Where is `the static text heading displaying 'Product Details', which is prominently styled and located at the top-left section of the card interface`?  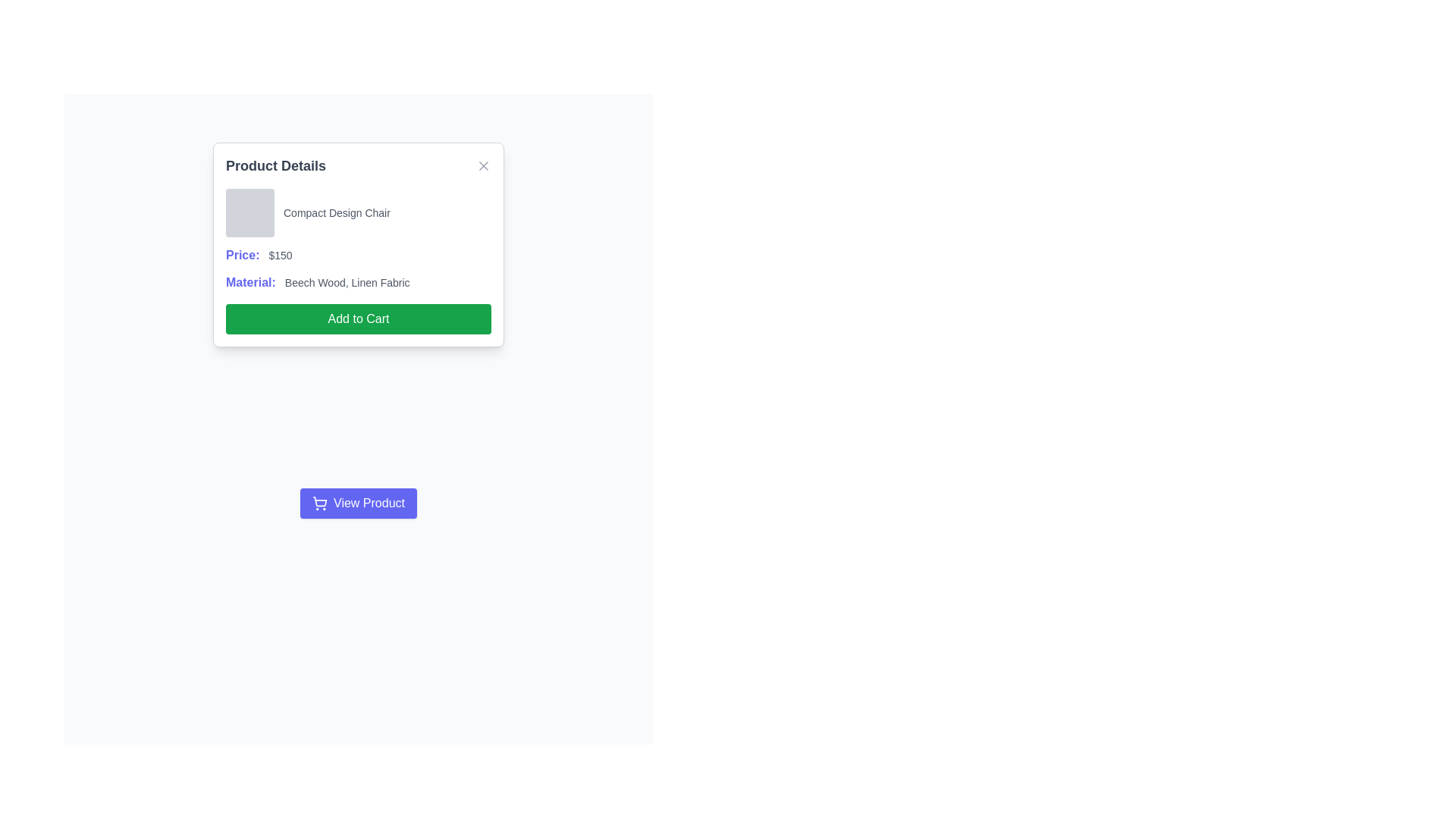
the static text heading displaying 'Product Details', which is prominently styled and located at the top-left section of the card interface is located at coordinates (276, 166).